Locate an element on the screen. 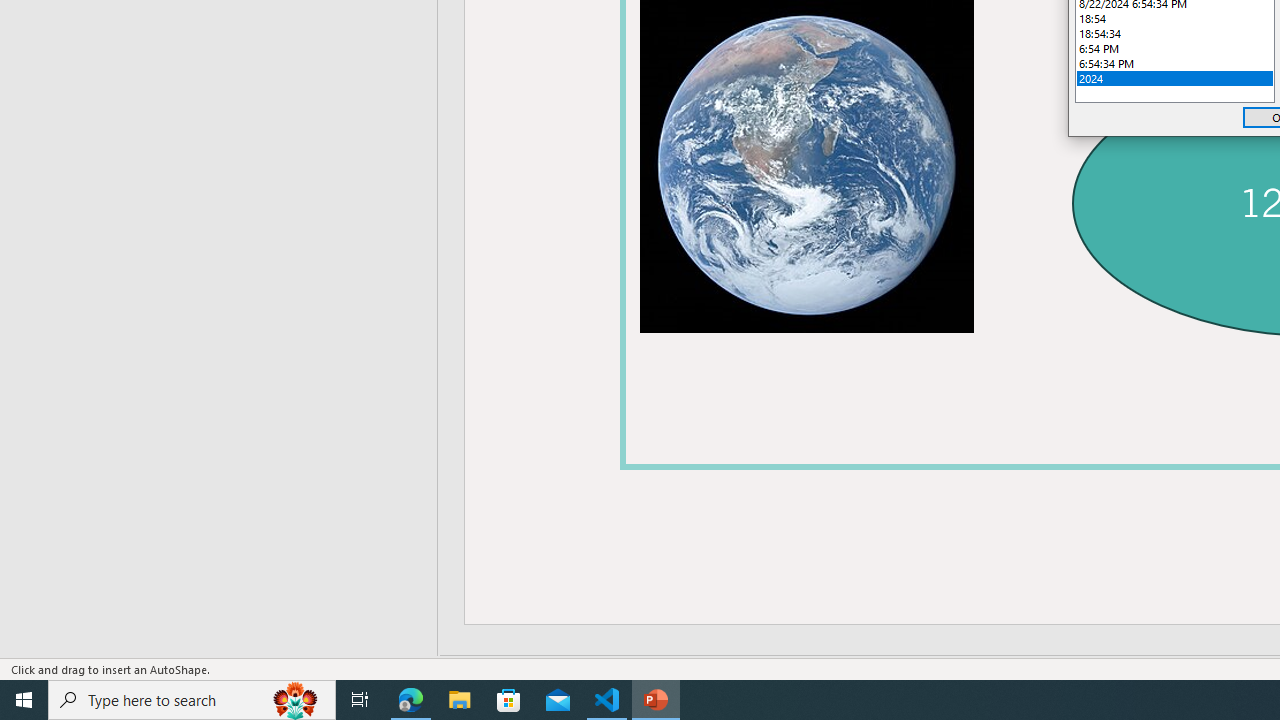  'Task View' is located at coordinates (359, 698).